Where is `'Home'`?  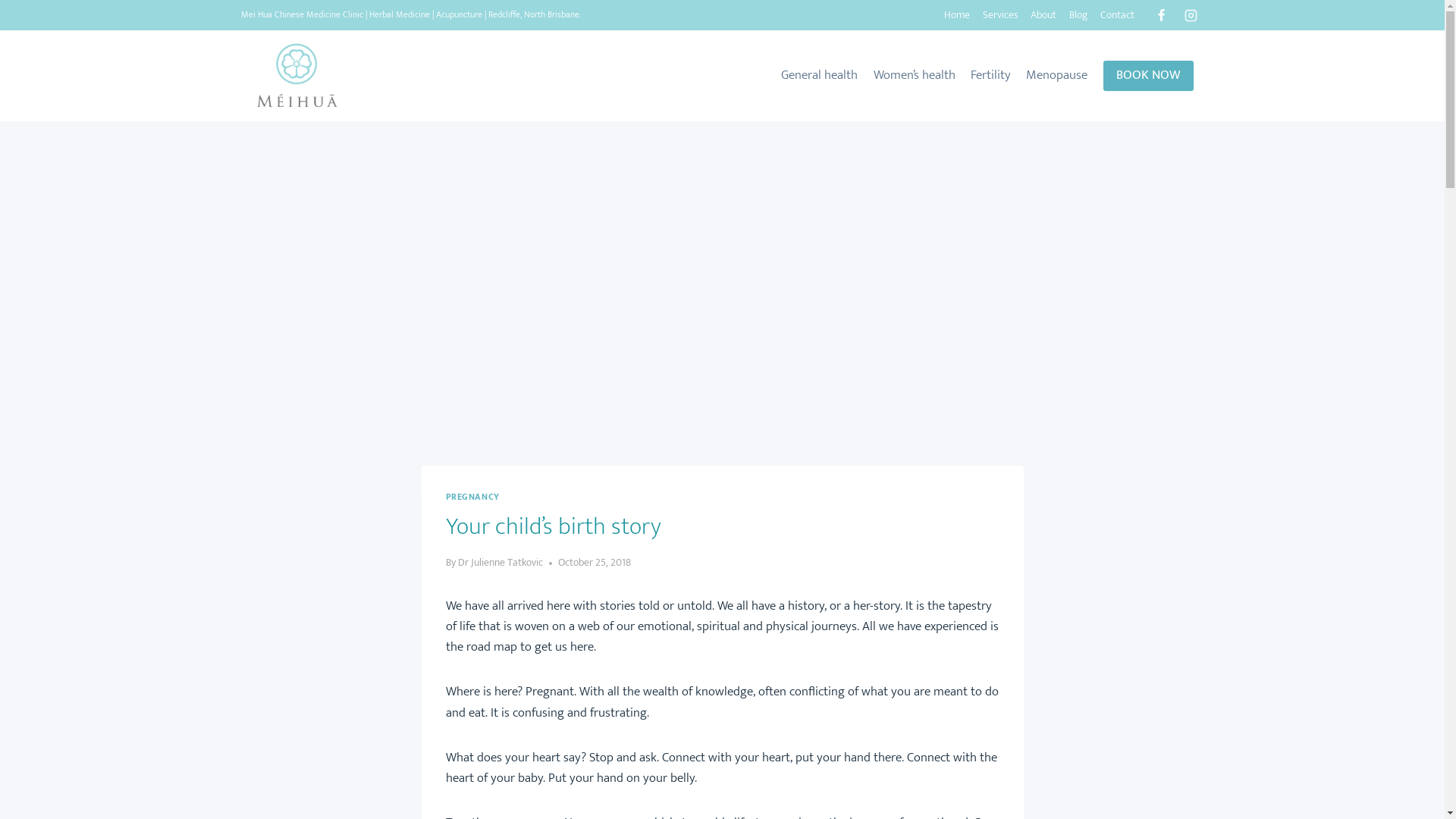
'Home' is located at coordinates (955, 15).